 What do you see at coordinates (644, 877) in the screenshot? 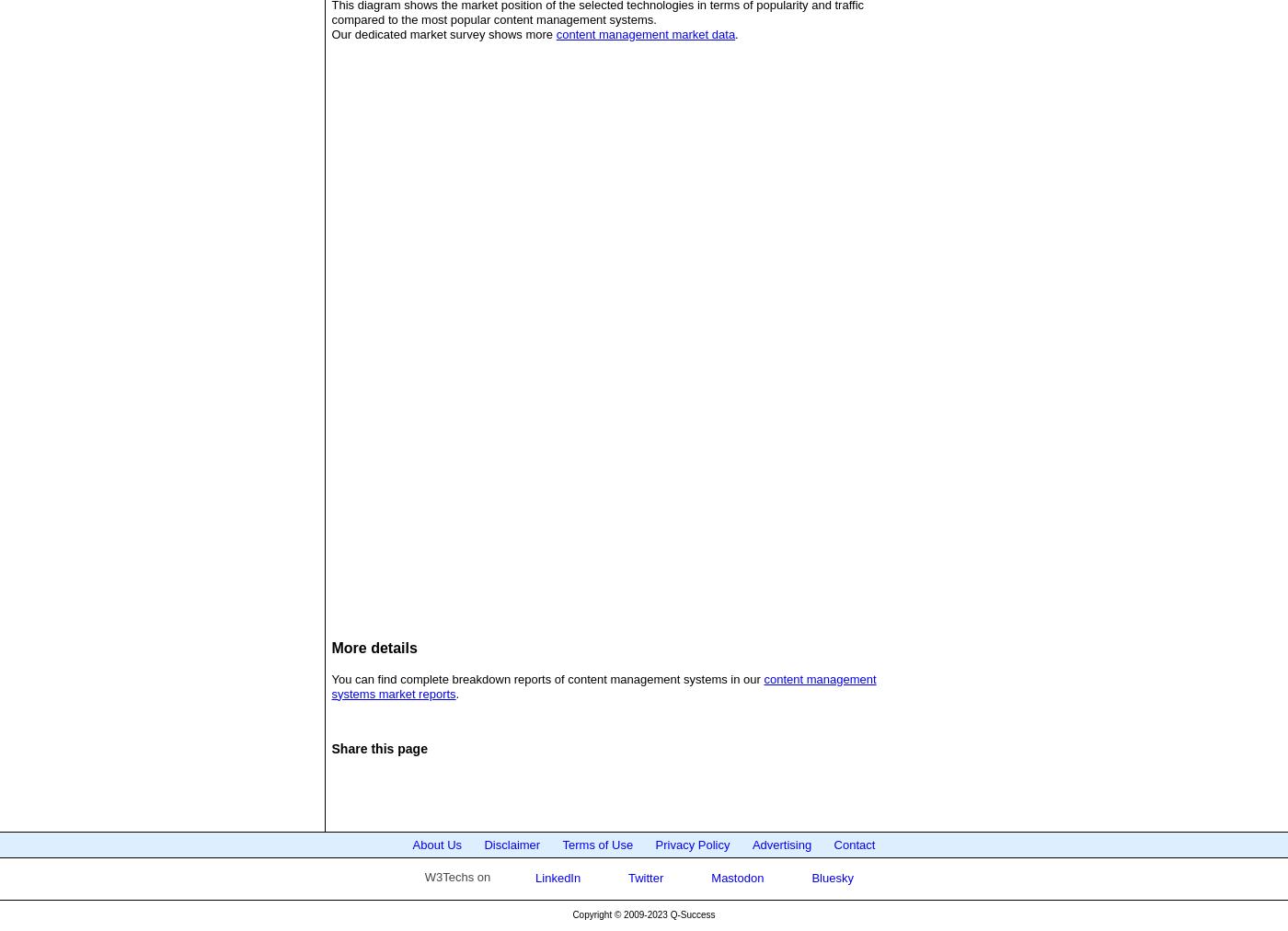
I see `'Twitter'` at bounding box center [644, 877].